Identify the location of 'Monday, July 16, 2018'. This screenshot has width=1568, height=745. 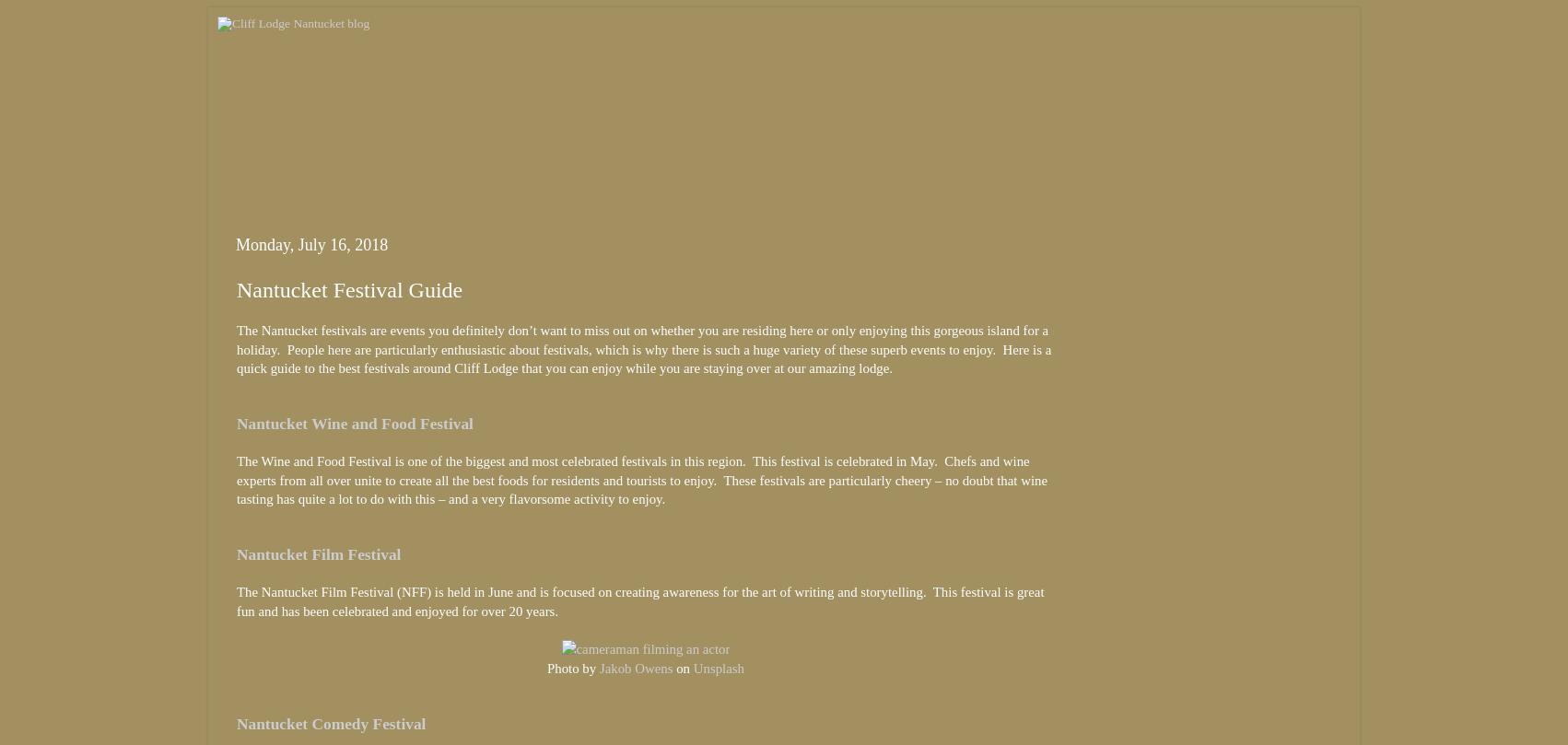
(311, 243).